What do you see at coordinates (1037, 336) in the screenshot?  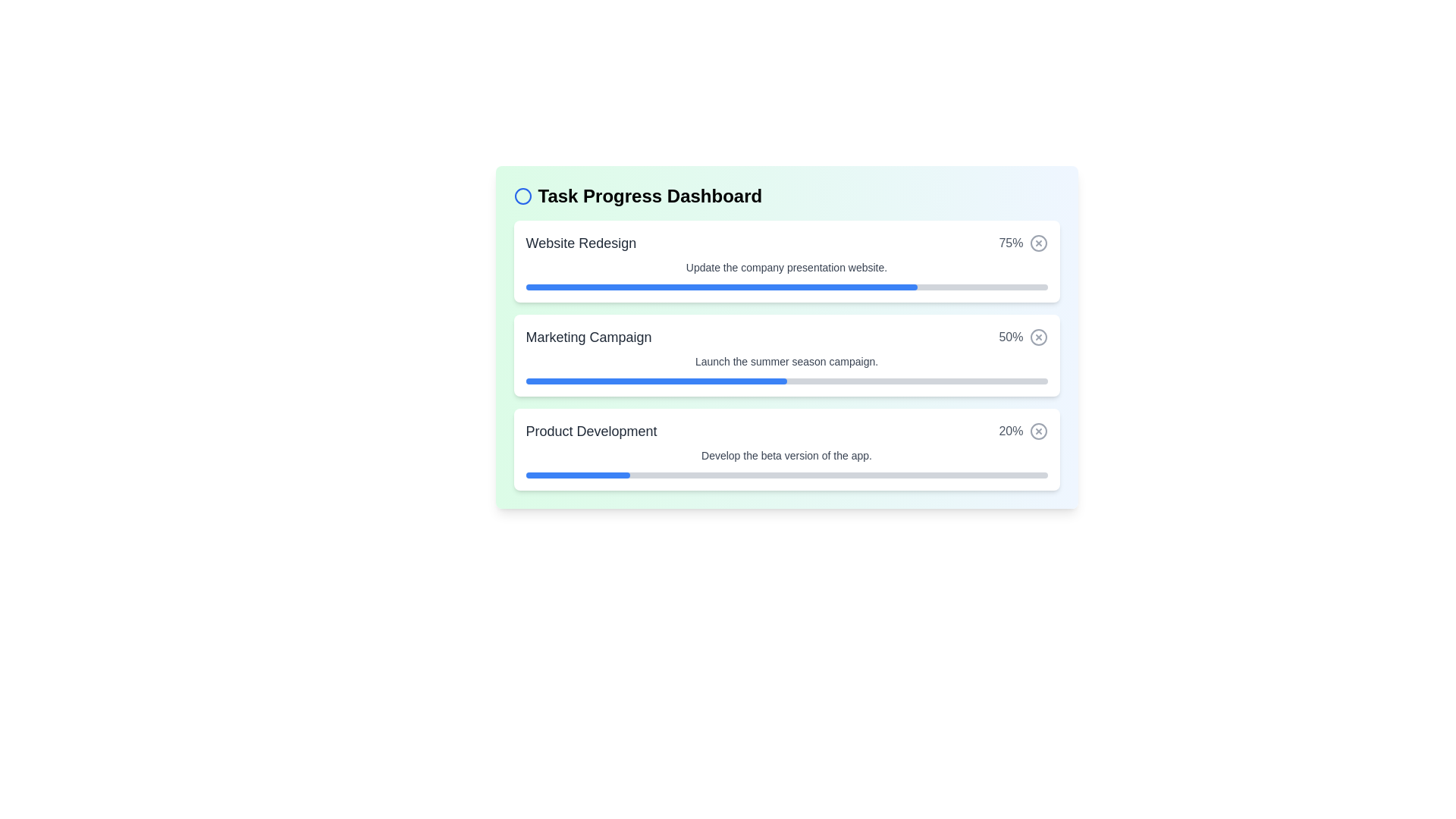 I see `the Decorative Circle that represents the center of a 'close' or 'cancel' styled icon within the Marketing Campaign progress bar card` at bounding box center [1037, 336].